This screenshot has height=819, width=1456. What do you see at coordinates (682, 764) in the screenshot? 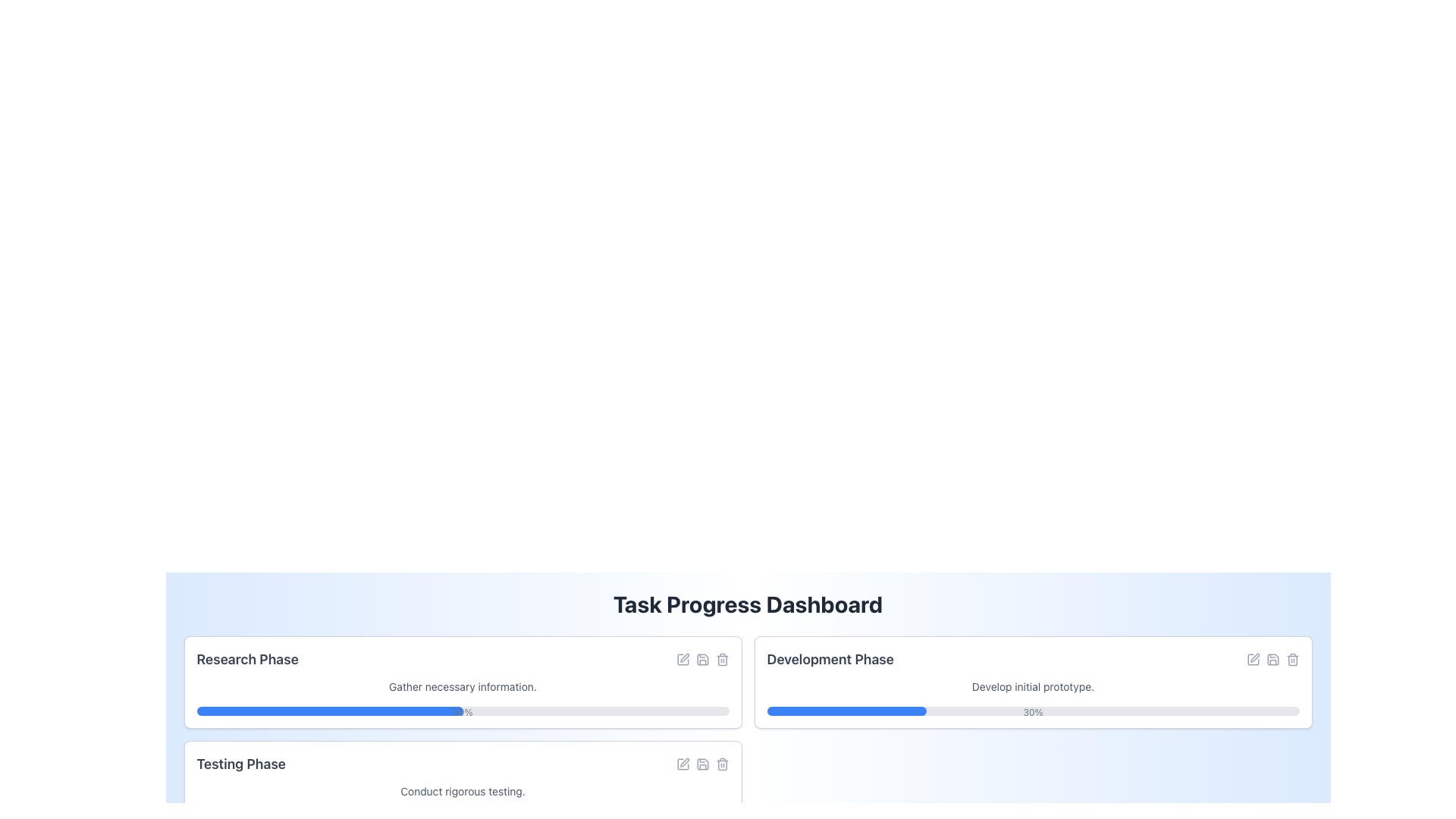
I see `the pen icon button located` at bounding box center [682, 764].